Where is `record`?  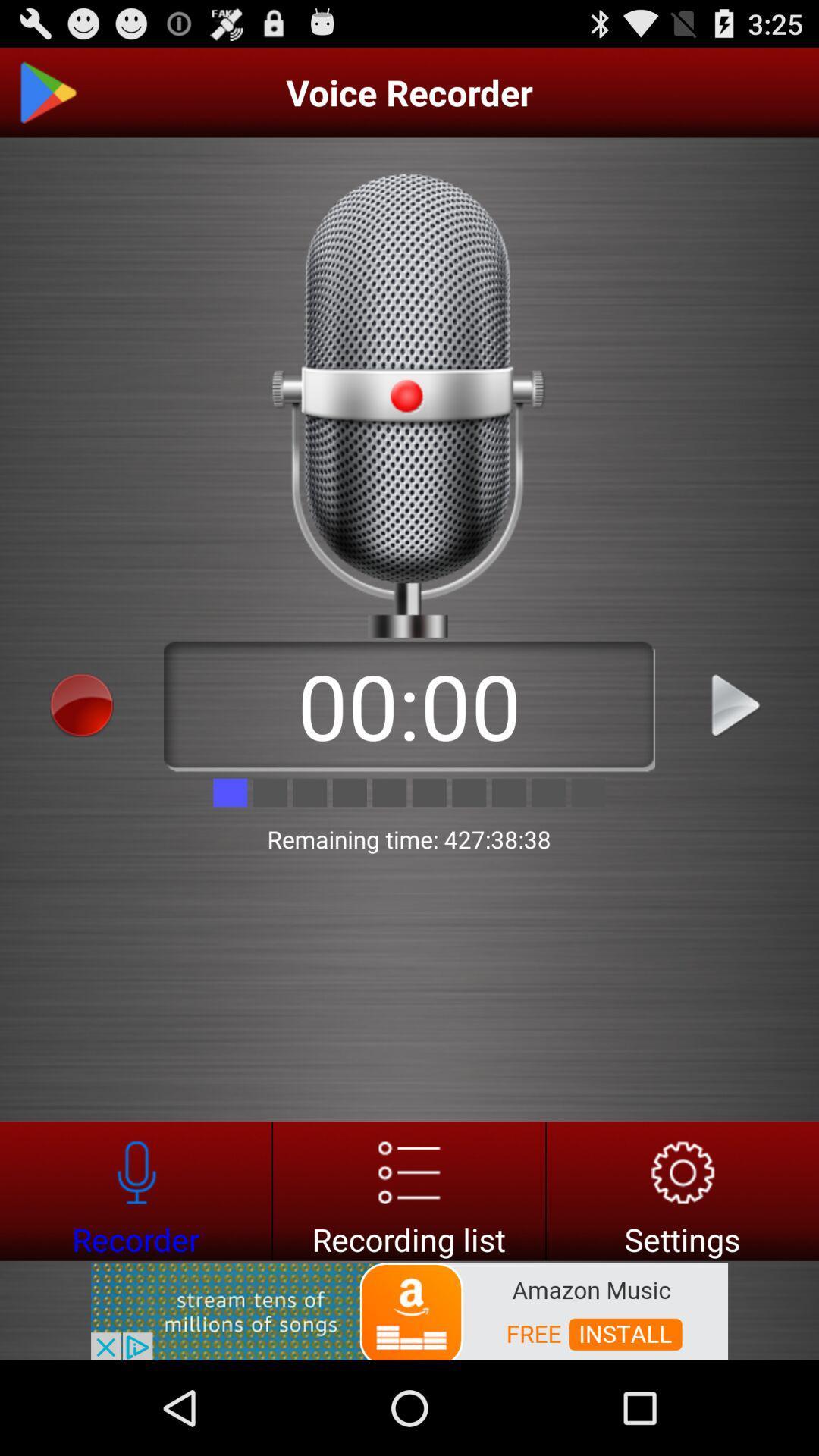
record is located at coordinates (408, 1190).